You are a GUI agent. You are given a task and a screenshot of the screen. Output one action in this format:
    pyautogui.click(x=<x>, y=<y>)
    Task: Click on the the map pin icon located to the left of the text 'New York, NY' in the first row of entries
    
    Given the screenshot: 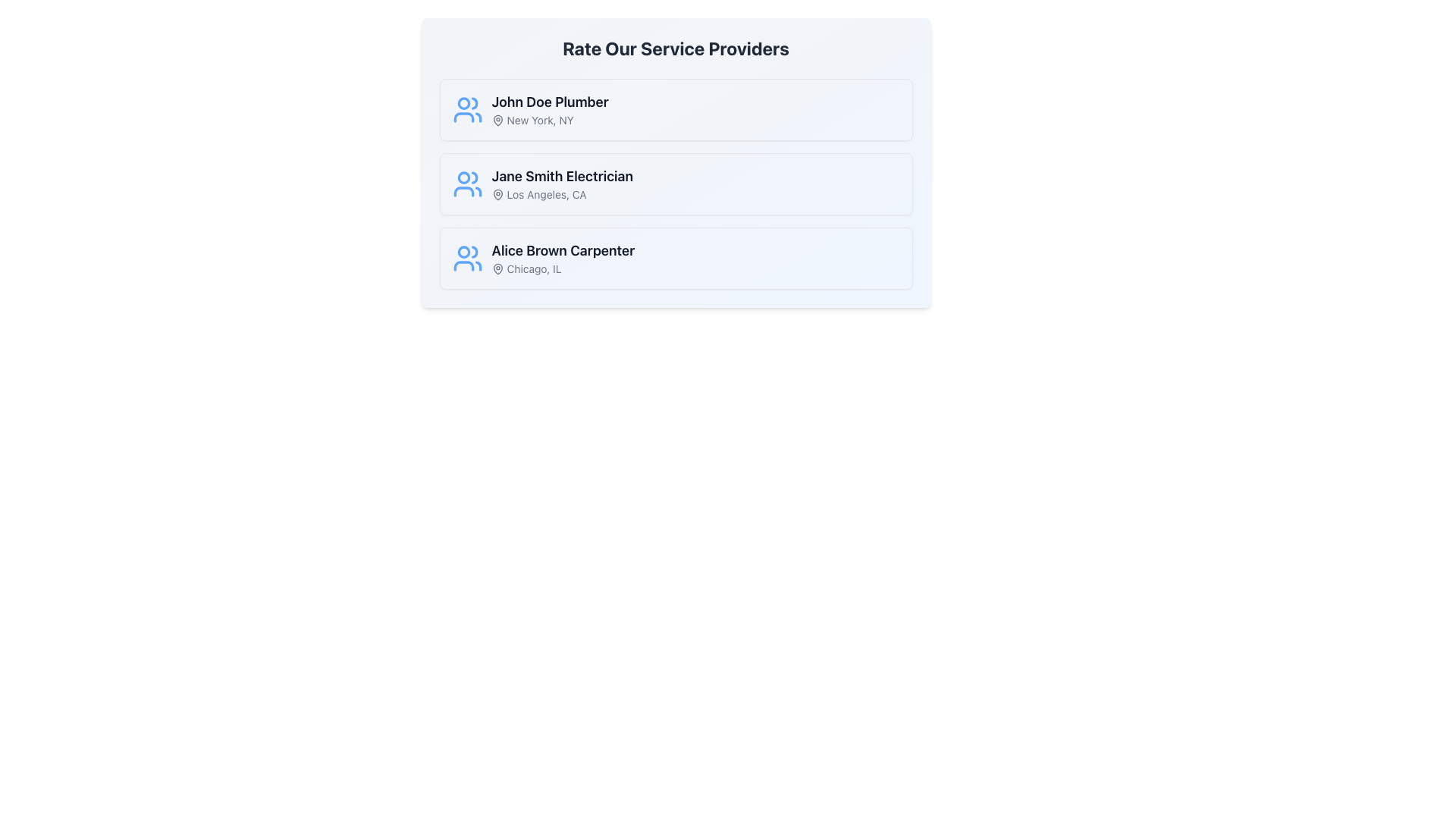 What is the action you would take?
    pyautogui.click(x=497, y=119)
    